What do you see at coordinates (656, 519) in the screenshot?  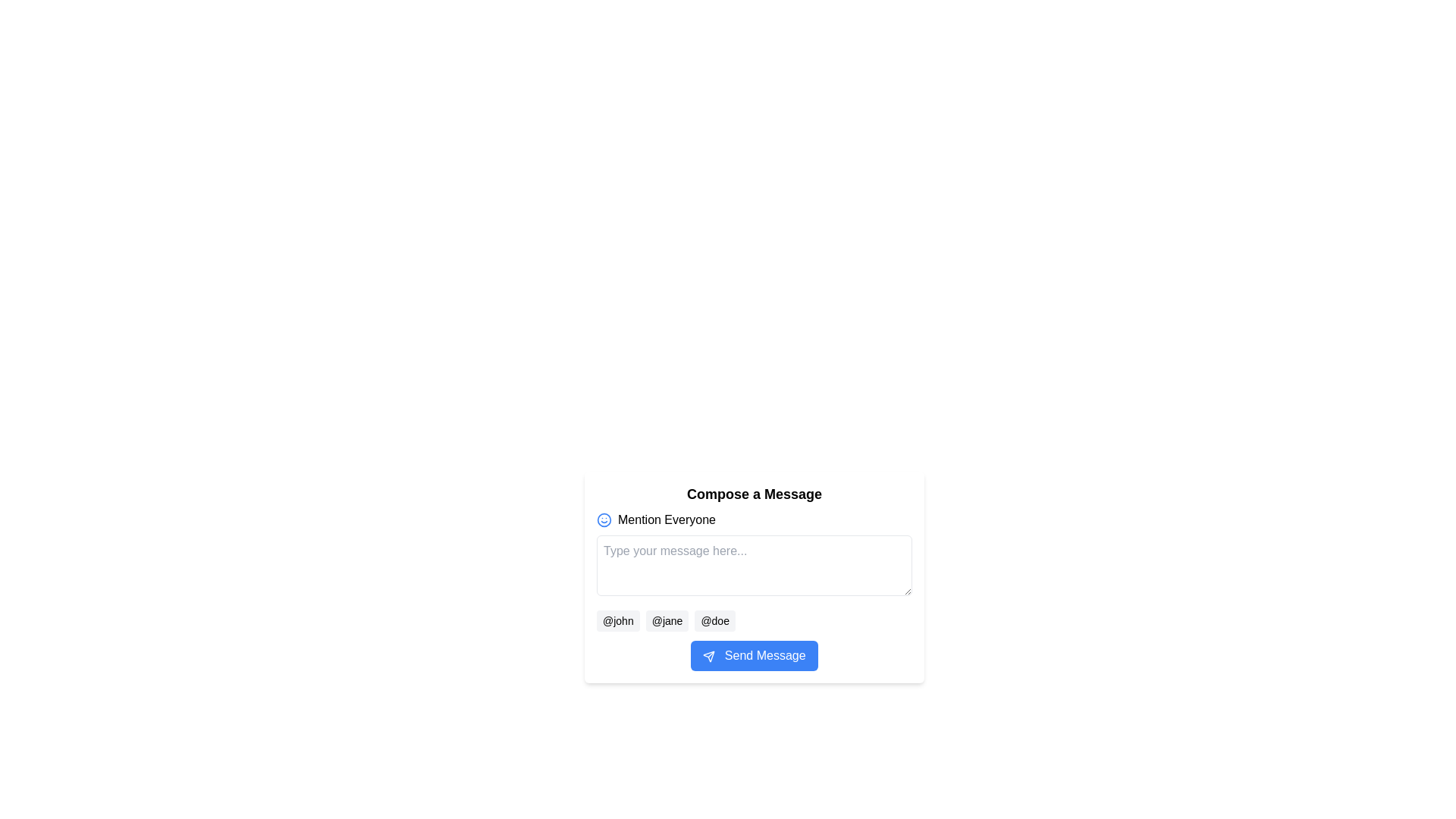 I see `the 'Mention Everyone' button, which features a blue circular smiley icon followed by the text in black, located near the top of the message composition panel` at bounding box center [656, 519].